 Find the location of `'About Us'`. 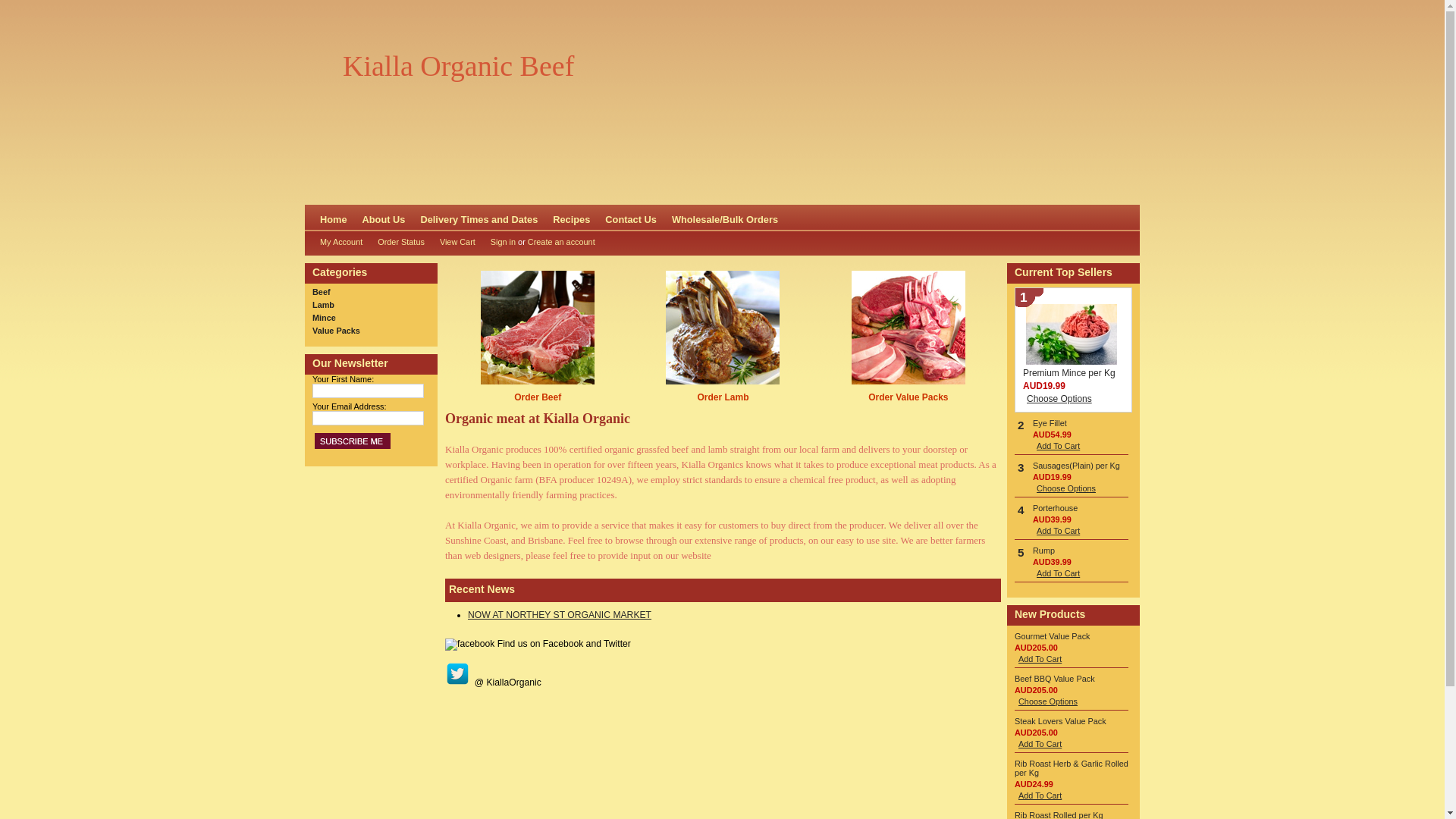

'About Us' is located at coordinates (384, 218).